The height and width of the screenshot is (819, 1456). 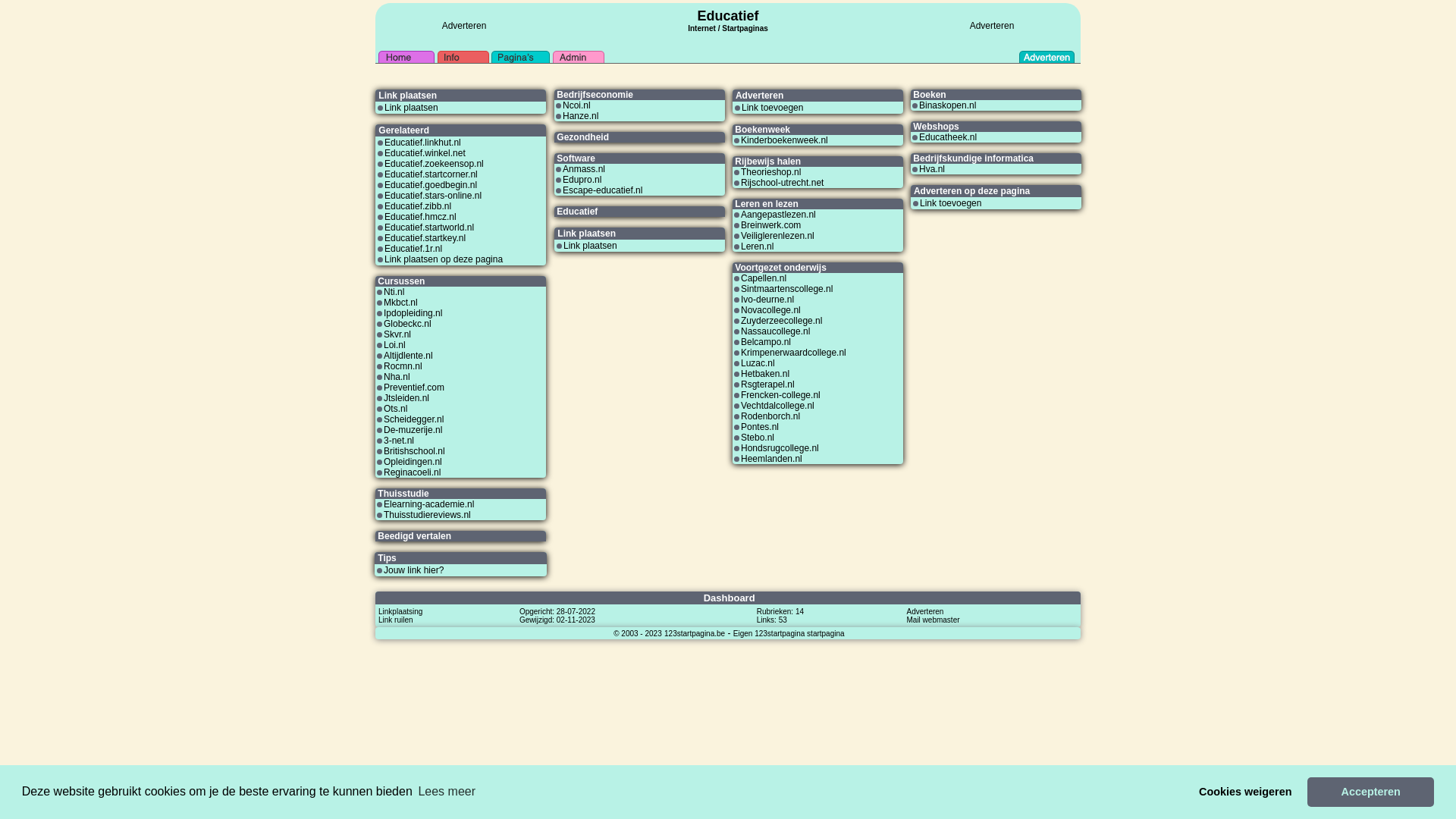 What do you see at coordinates (430, 174) in the screenshot?
I see `'Educatief.startcorner.nl'` at bounding box center [430, 174].